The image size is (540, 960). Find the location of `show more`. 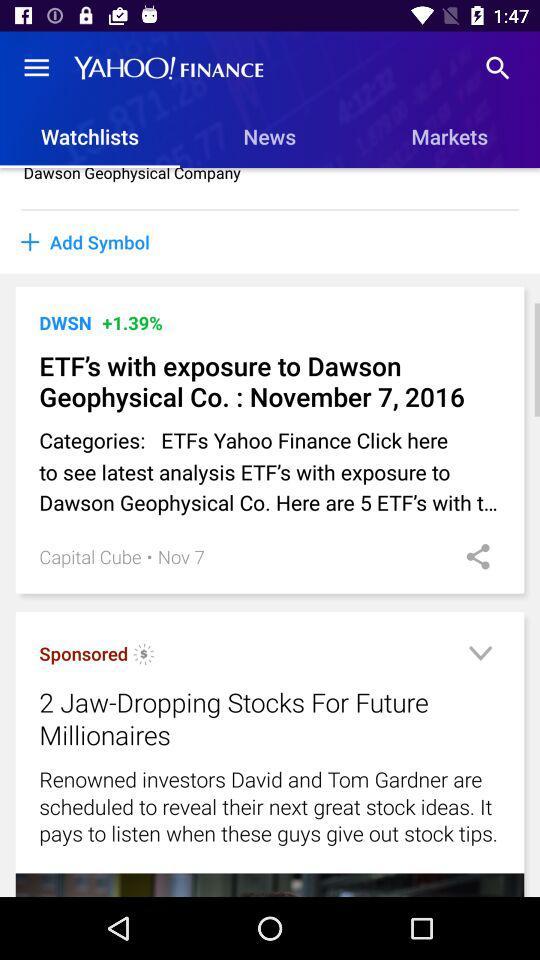

show more is located at coordinates (479, 655).